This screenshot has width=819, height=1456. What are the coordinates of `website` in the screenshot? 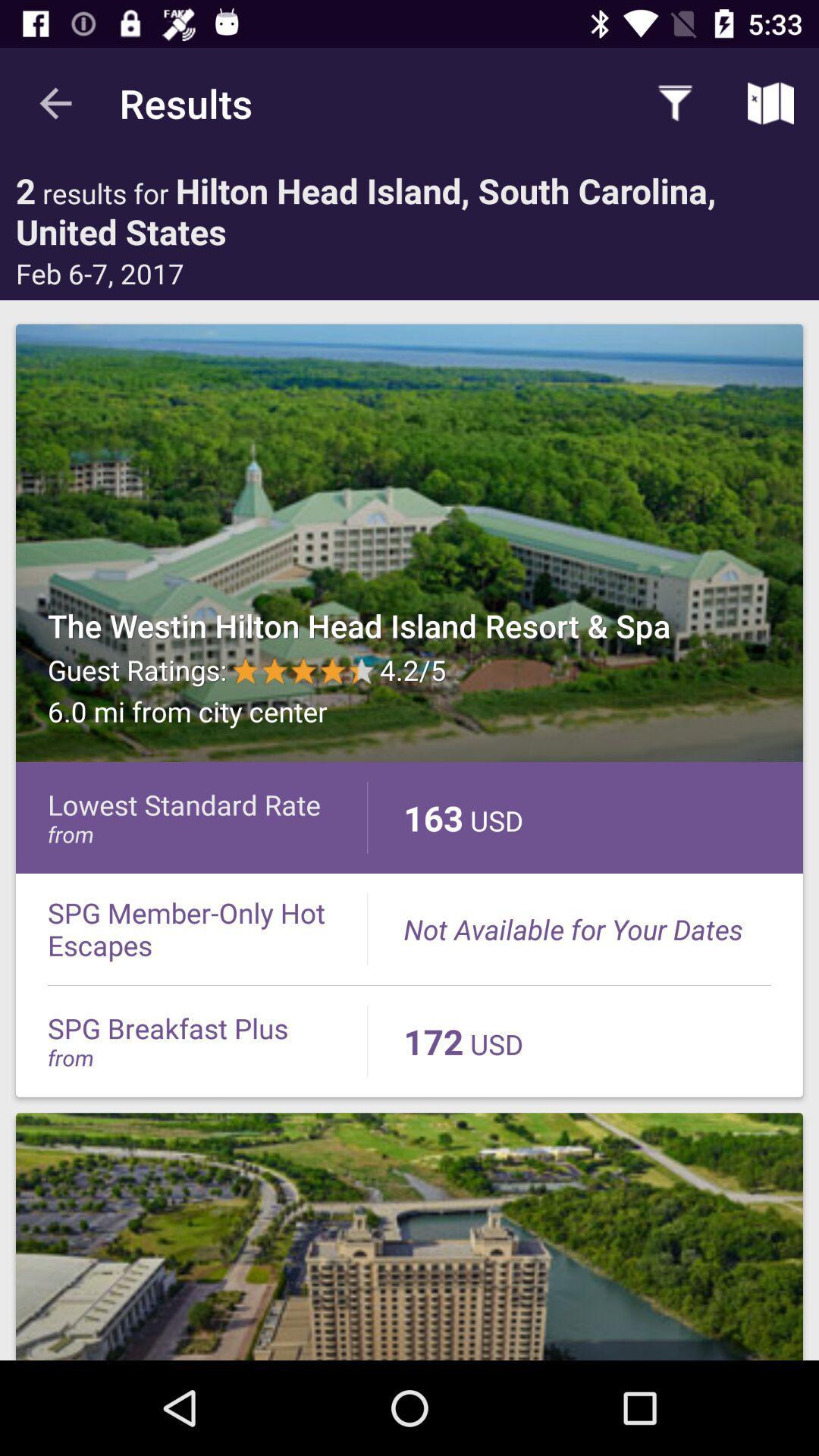 It's located at (409, 1236).